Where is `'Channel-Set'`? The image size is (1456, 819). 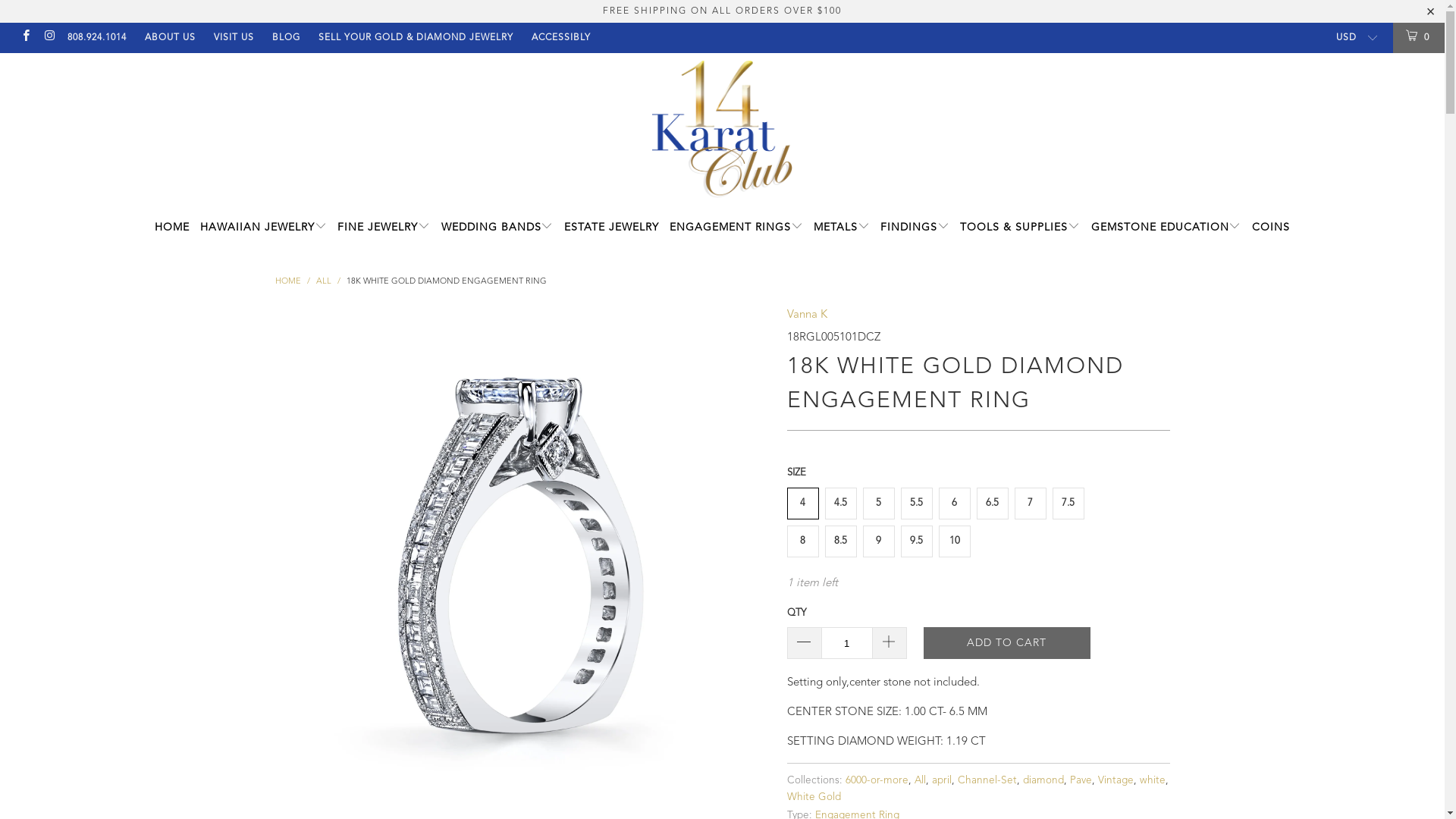 'Channel-Set' is located at coordinates (986, 780).